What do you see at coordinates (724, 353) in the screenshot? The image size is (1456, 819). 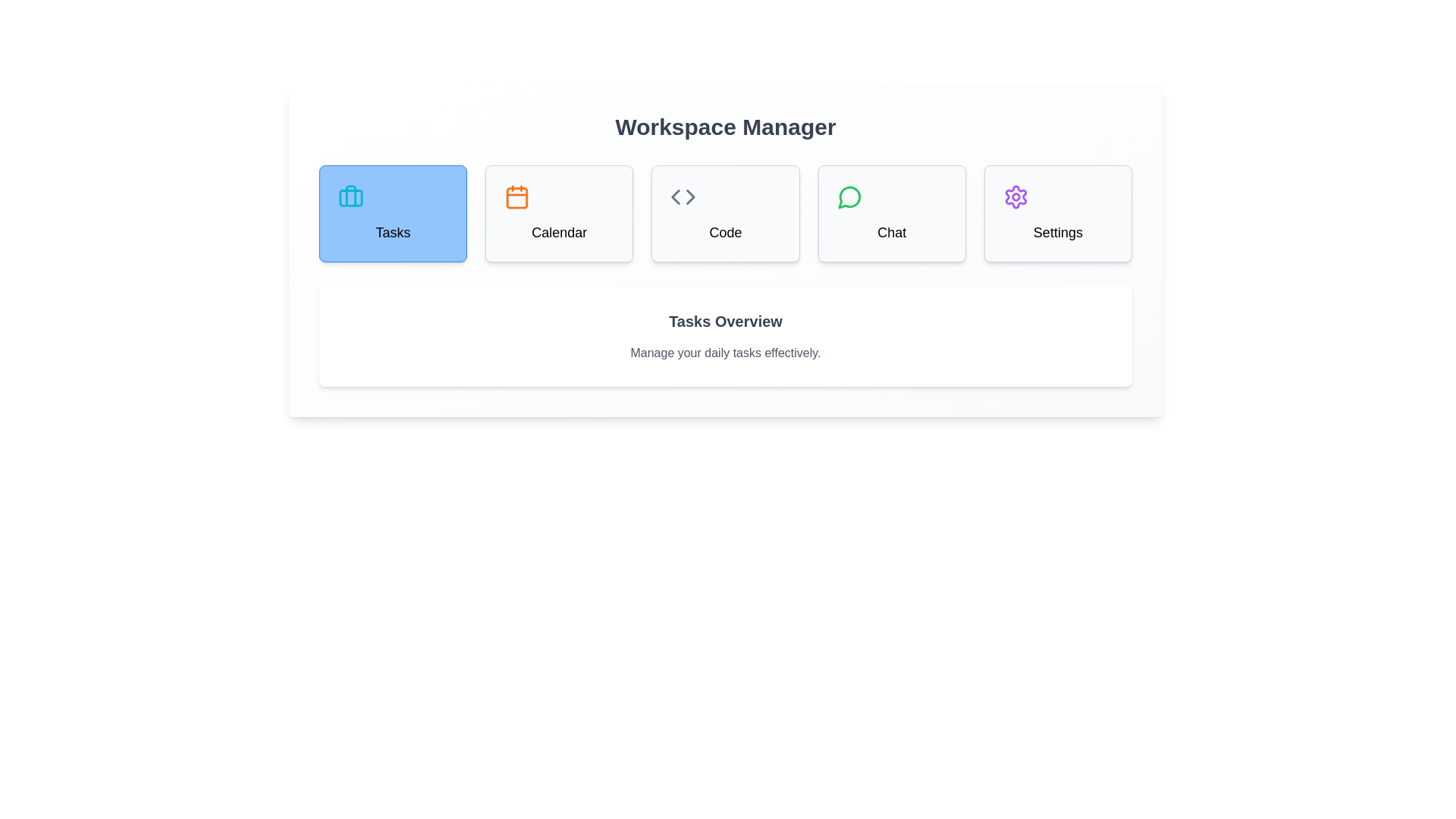 I see `the text element that reads 'Manage your daily tasks effectively,' which is styled in gray and located within a card below the 'Tasks Overview' header` at bounding box center [724, 353].